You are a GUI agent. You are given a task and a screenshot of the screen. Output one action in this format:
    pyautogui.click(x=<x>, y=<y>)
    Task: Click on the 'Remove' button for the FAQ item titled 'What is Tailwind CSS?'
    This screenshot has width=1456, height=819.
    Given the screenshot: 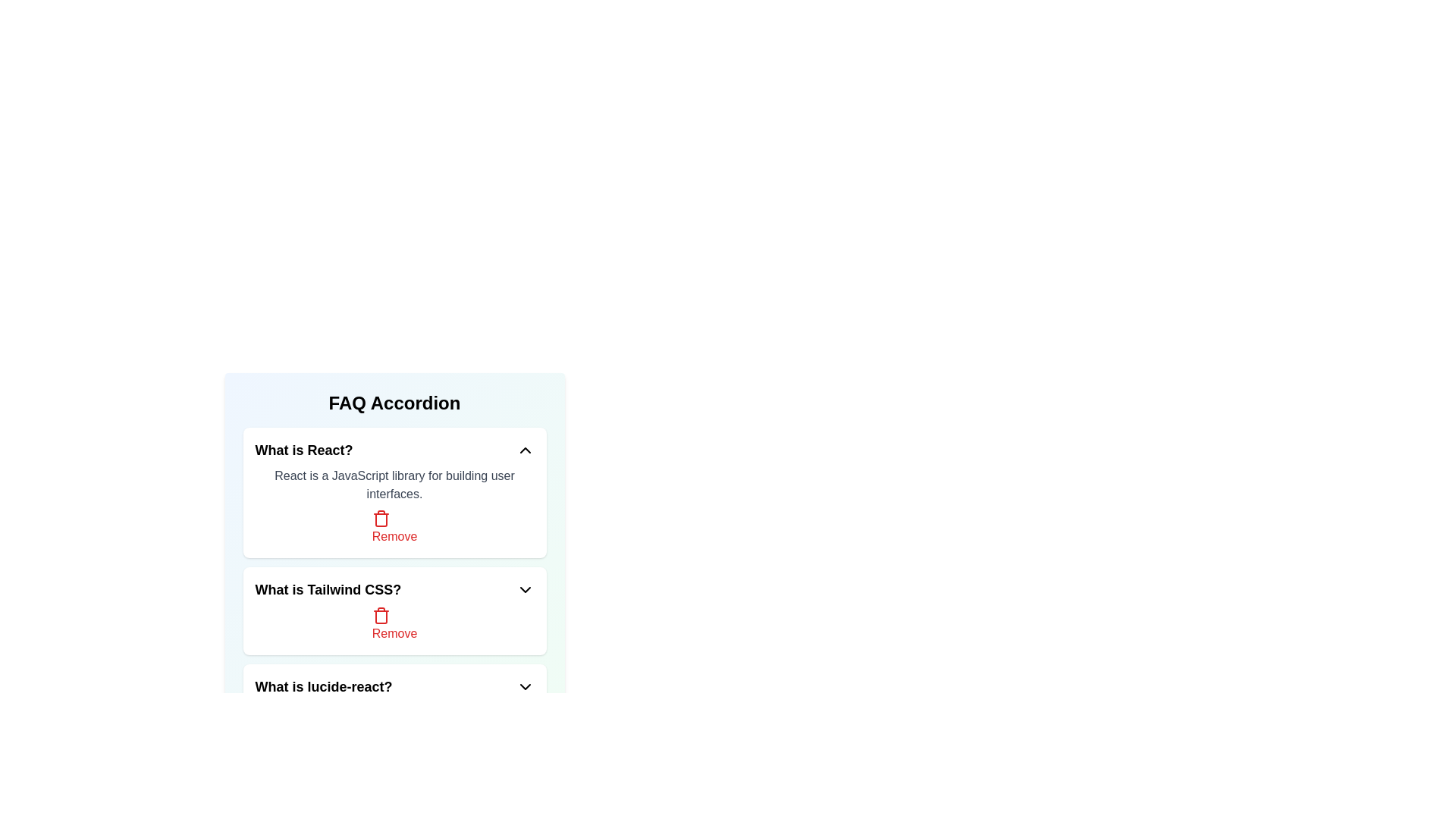 What is the action you would take?
    pyautogui.click(x=394, y=625)
    